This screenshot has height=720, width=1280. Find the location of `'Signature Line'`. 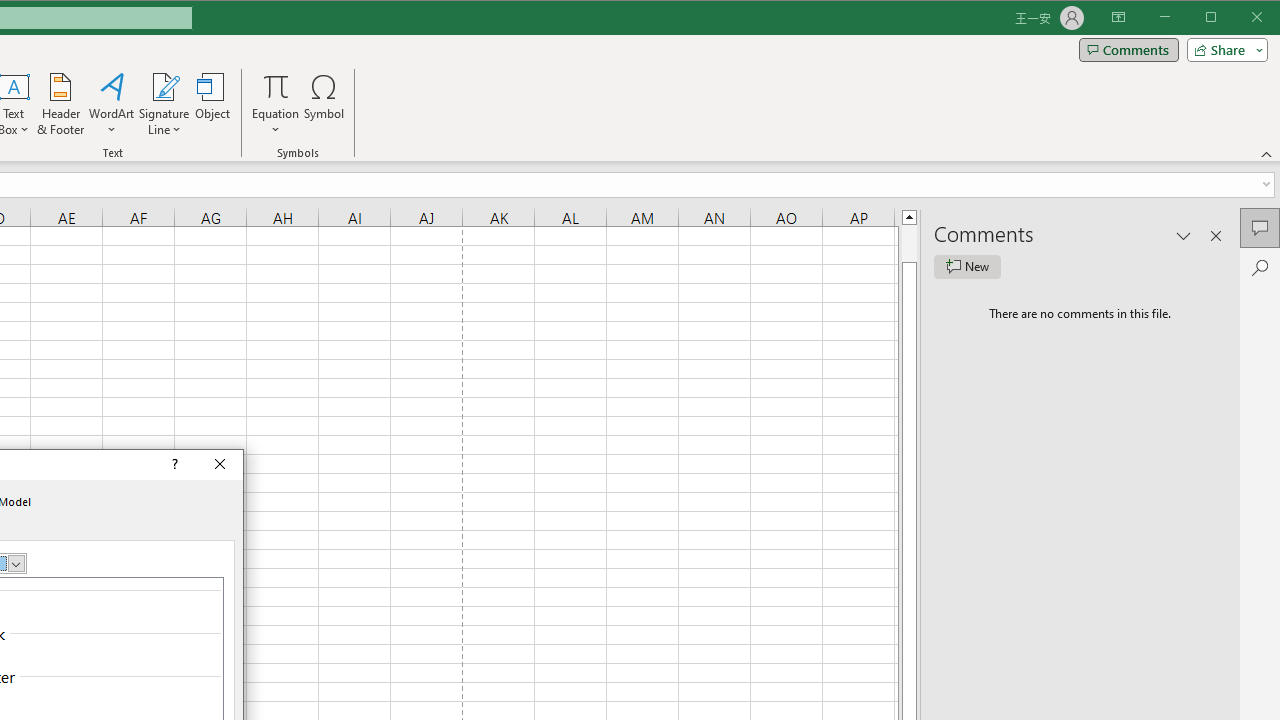

'Signature Line' is located at coordinates (164, 85).